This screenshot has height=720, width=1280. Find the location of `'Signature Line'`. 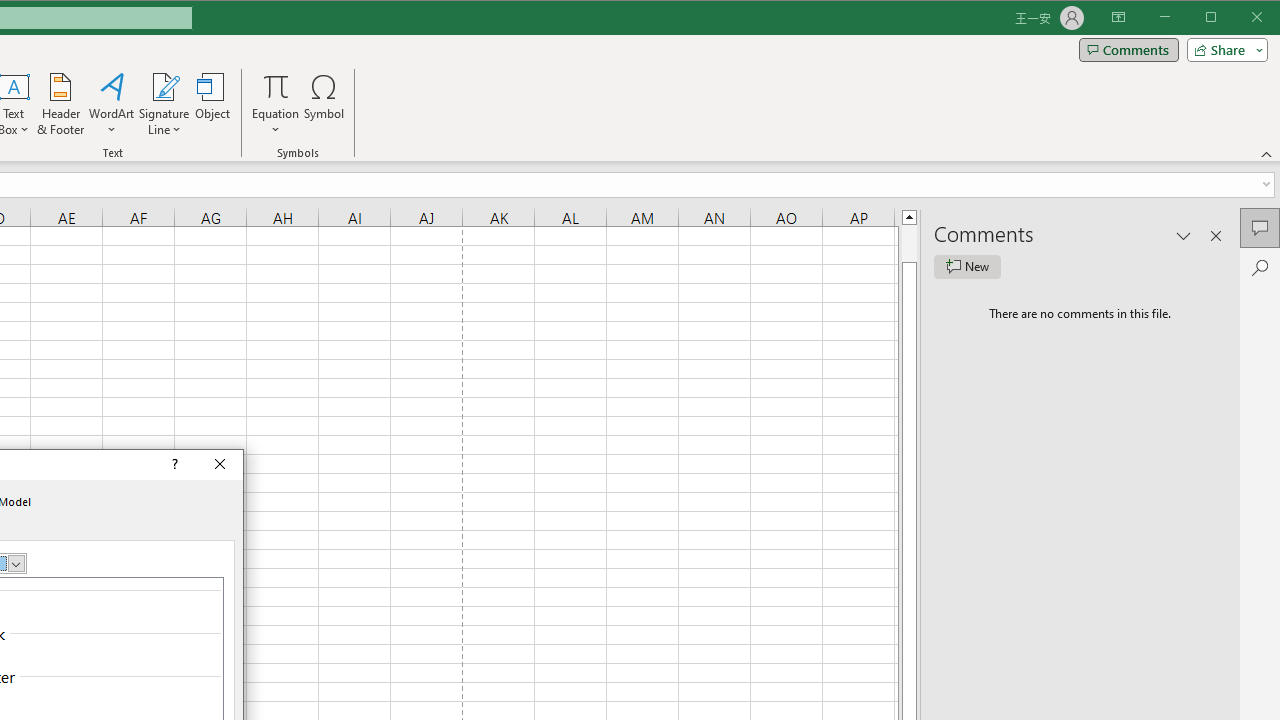

'Signature Line' is located at coordinates (164, 85).